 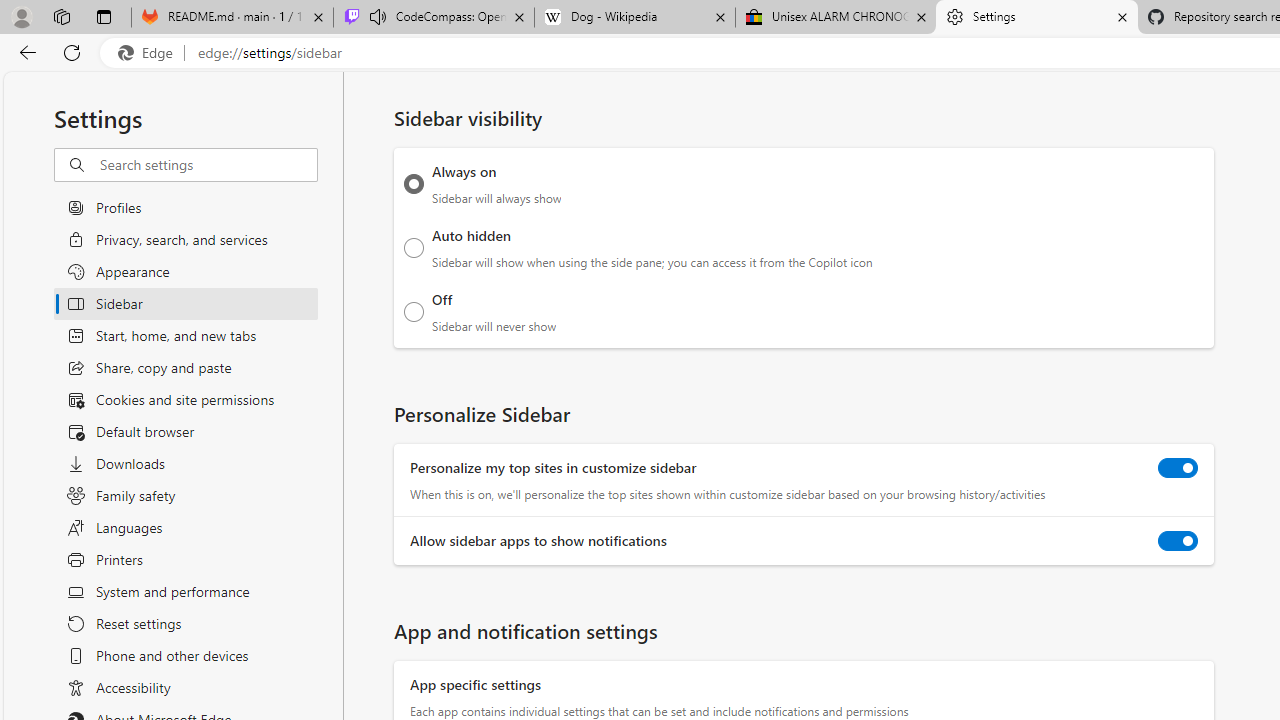 What do you see at coordinates (208, 164) in the screenshot?
I see `'Search settings'` at bounding box center [208, 164].